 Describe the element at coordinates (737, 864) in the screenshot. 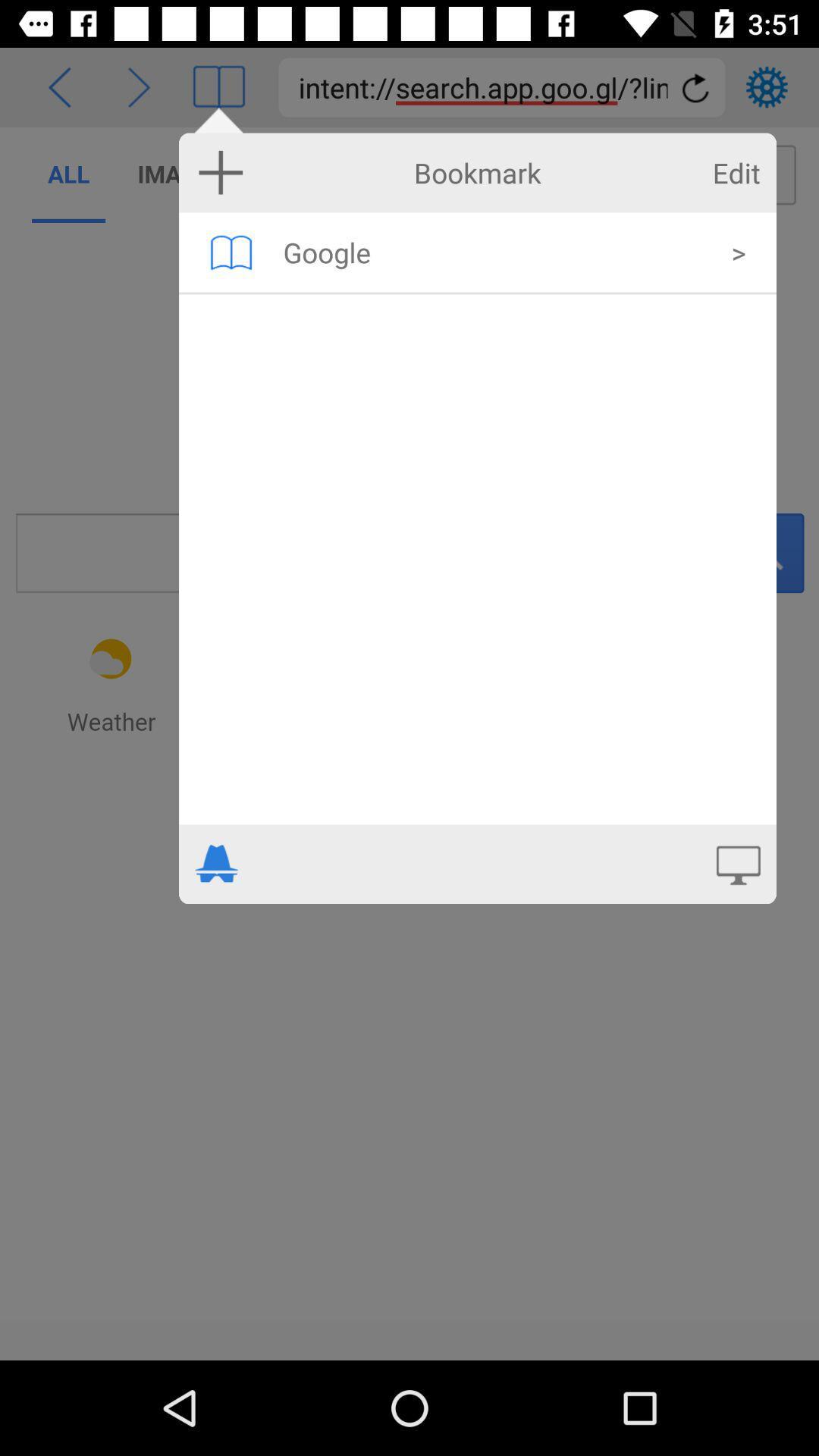

I see `open full screen` at that location.